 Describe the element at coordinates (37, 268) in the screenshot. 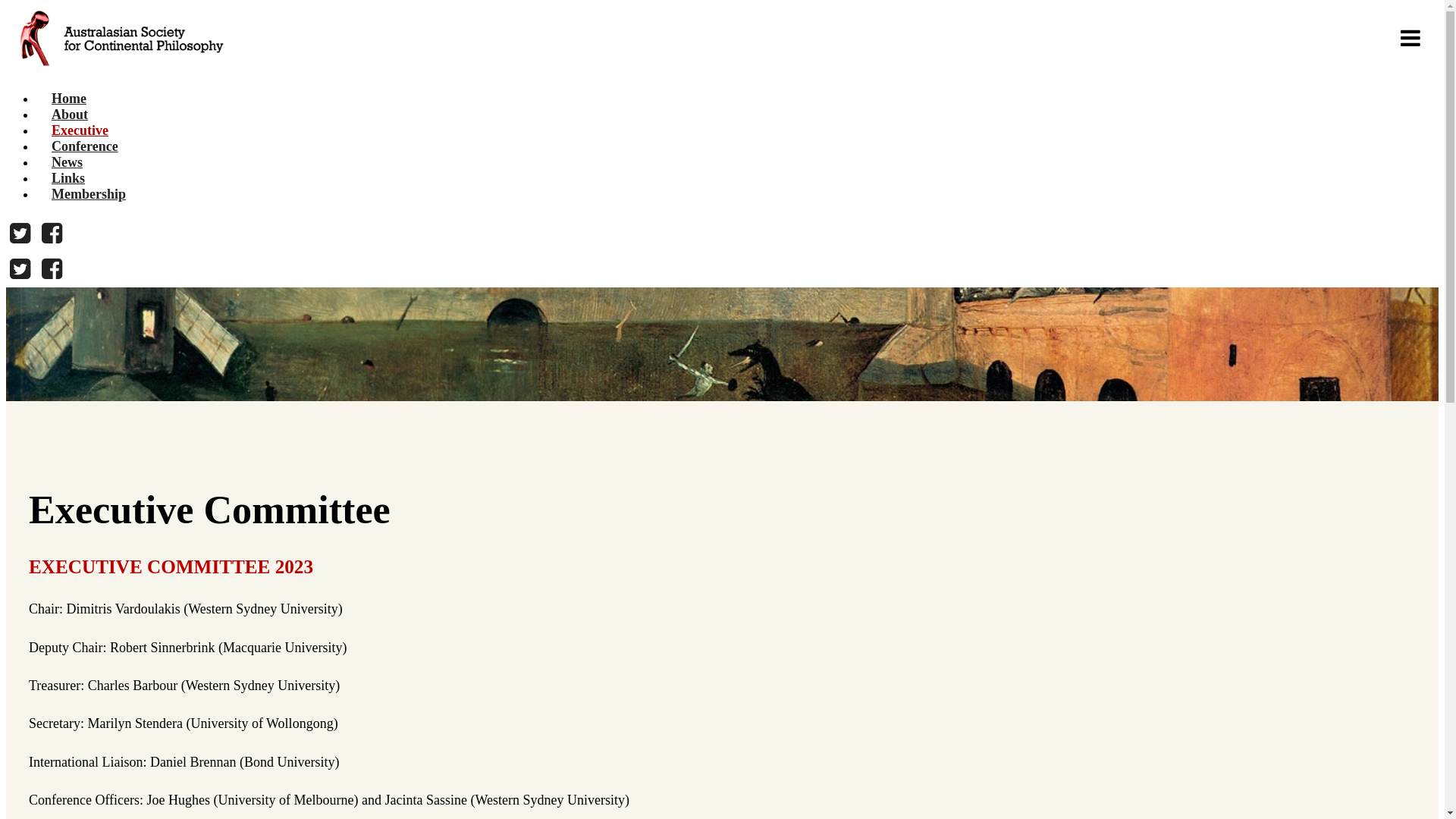

I see `'ASCP Facebook Group'` at that location.